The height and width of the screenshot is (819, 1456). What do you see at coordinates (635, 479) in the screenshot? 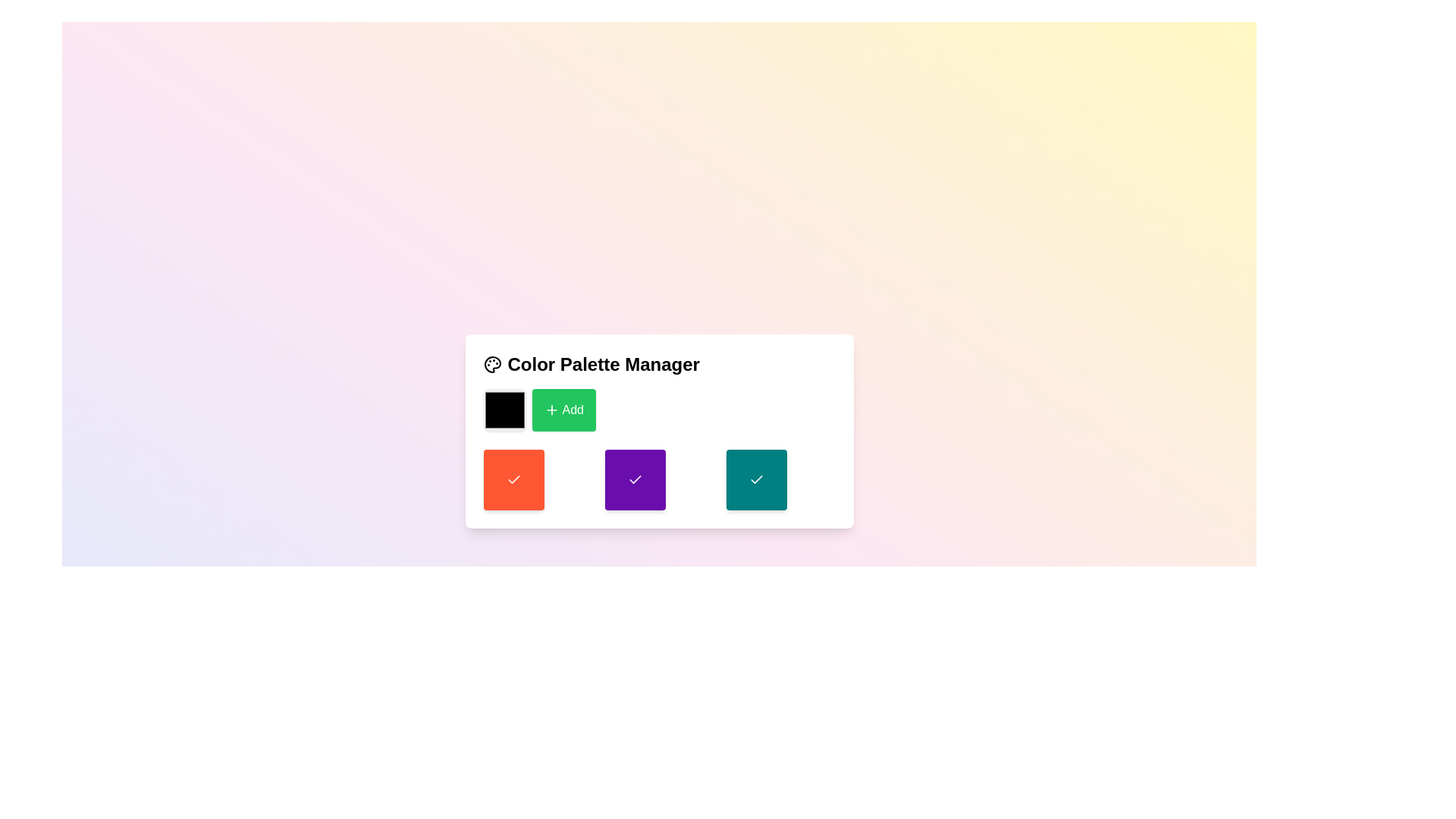
I see `the middle selectable box in the second row of the 'Color Palette Manager'` at bounding box center [635, 479].